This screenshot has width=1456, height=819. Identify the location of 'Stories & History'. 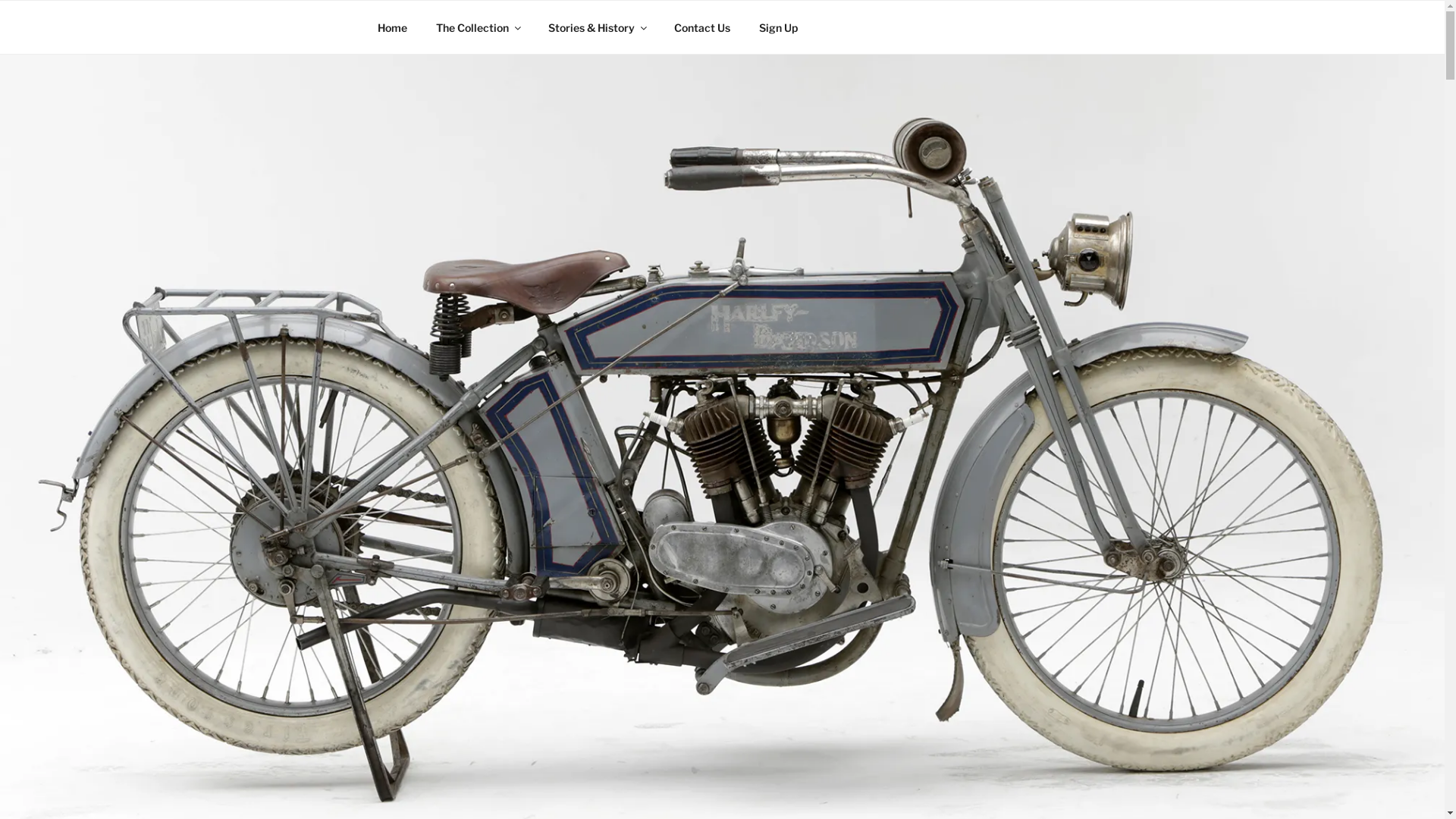
(596, 27).